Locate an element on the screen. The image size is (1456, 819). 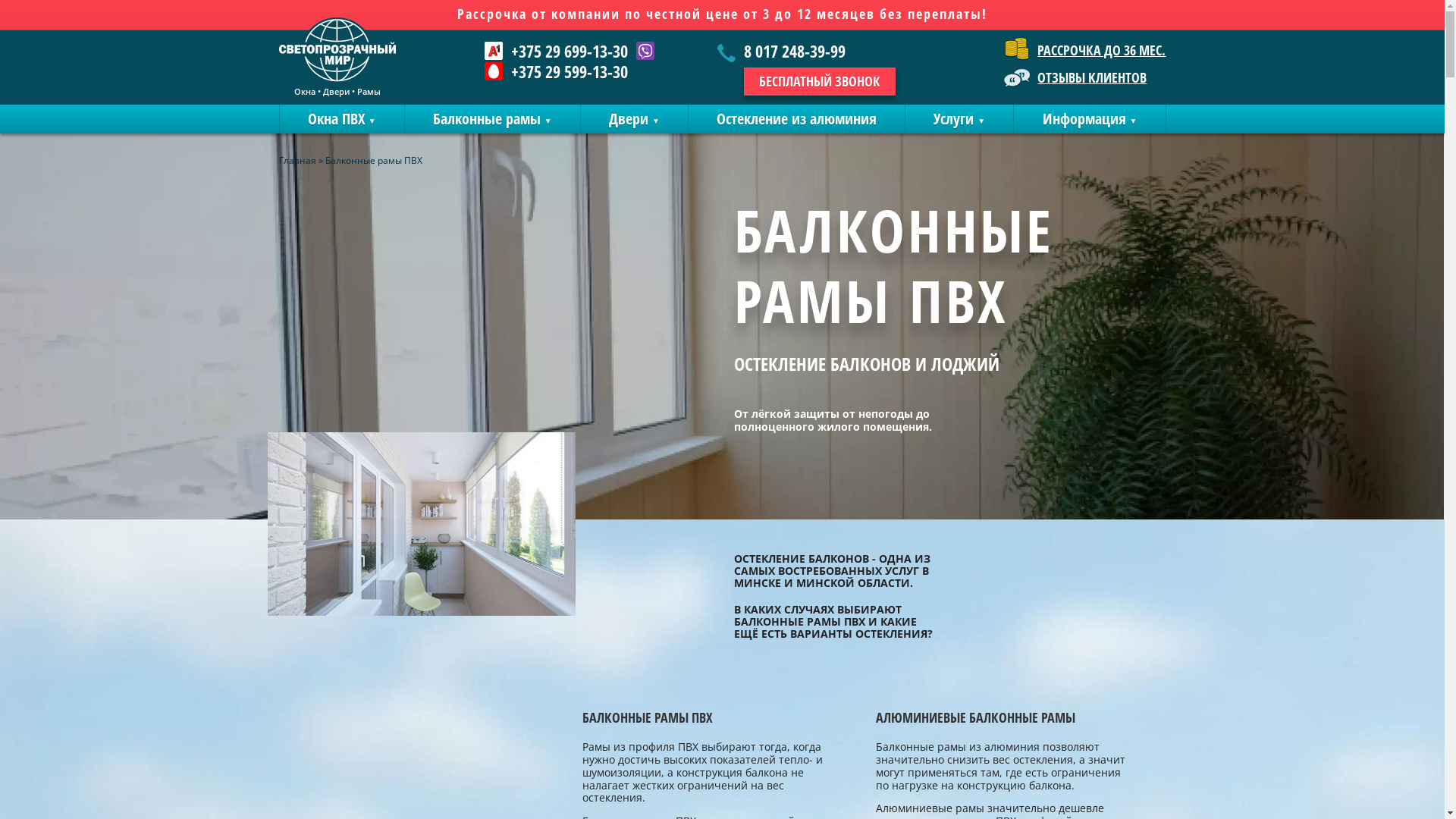
'8 017 248-39-99' is located at coordinates (805, 52).